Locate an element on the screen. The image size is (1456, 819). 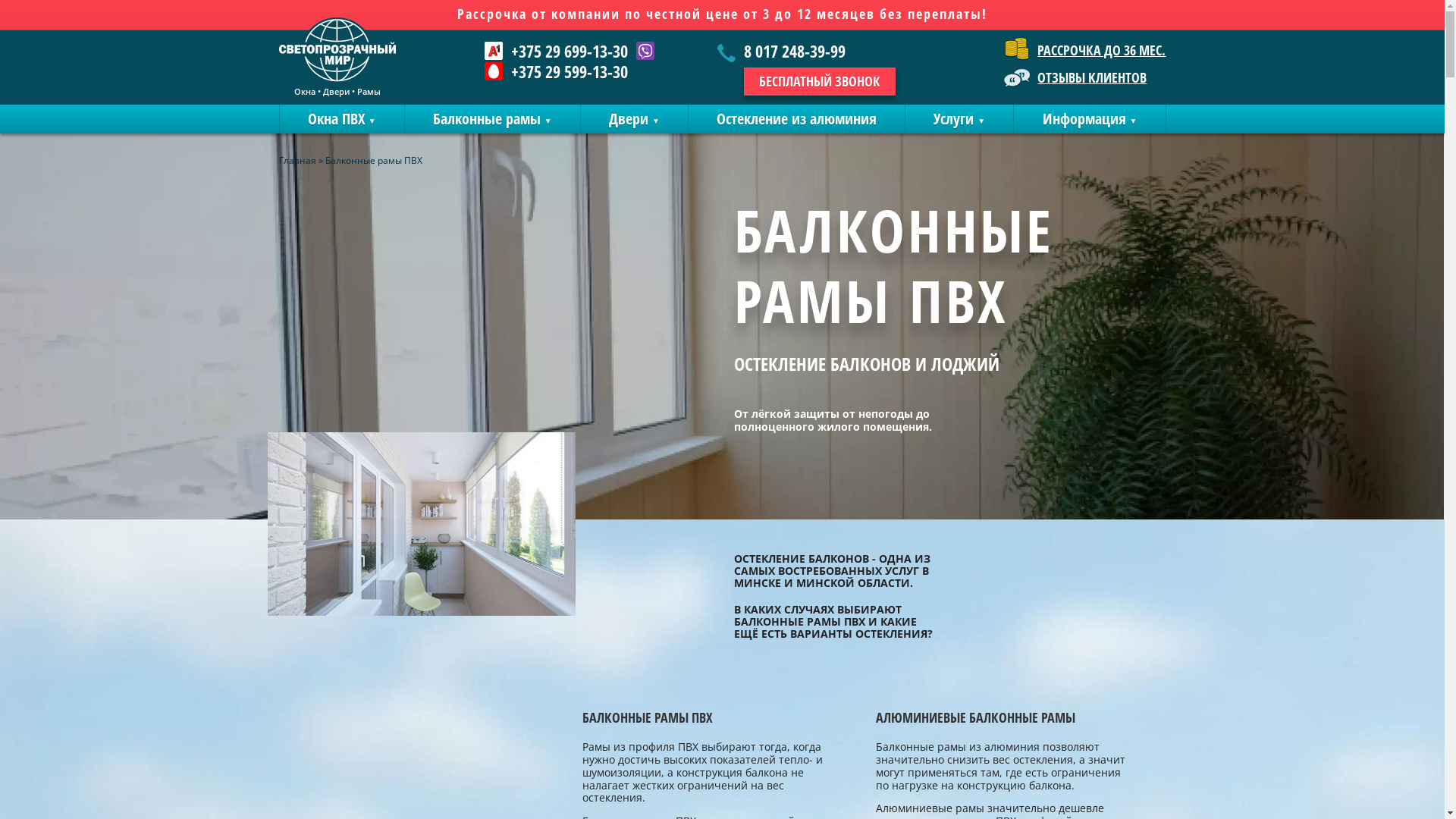
'8 017 248-39-99' is located at coordinates (805, 52).